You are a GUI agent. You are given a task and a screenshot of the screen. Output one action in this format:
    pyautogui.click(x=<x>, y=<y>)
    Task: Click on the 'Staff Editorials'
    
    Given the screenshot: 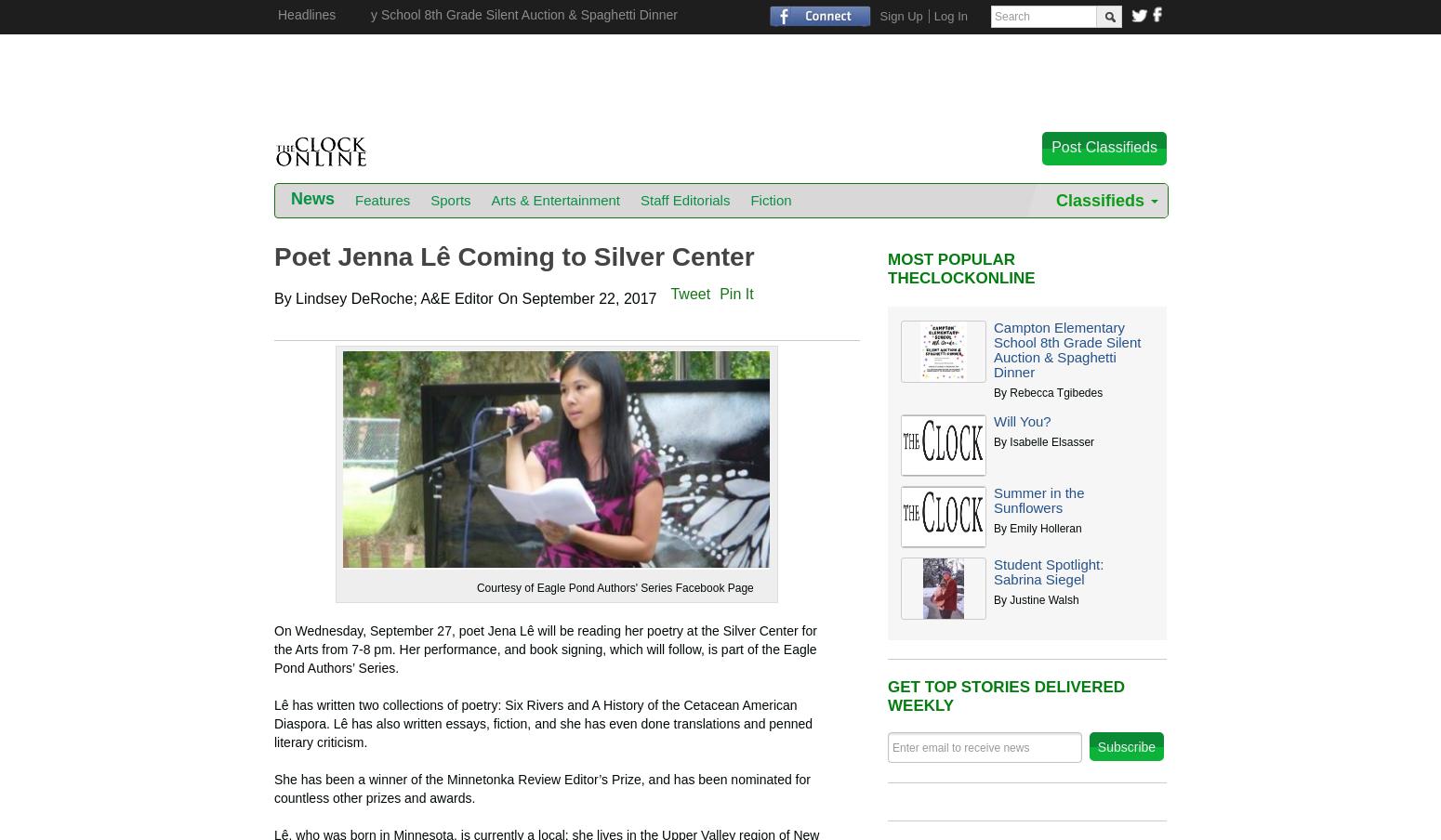 What is the action you would take?
    pyautogui.click(x=685, y=200)
    